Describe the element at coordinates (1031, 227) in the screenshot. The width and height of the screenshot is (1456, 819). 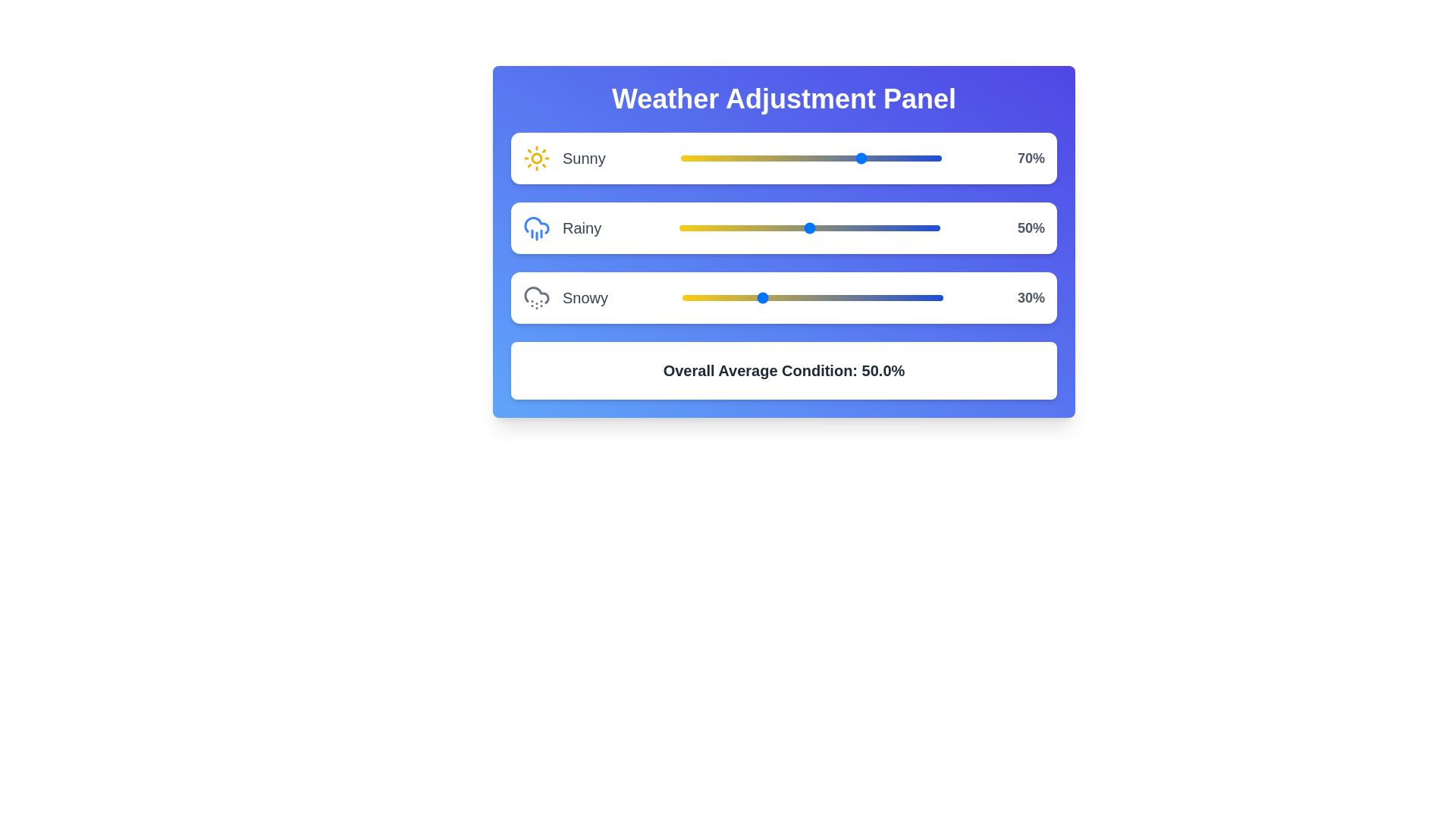
I see `the text label displaying '50%' in bold, dark gray color, located in the 'Rainy' section of the weather adjustment panel` at that location.